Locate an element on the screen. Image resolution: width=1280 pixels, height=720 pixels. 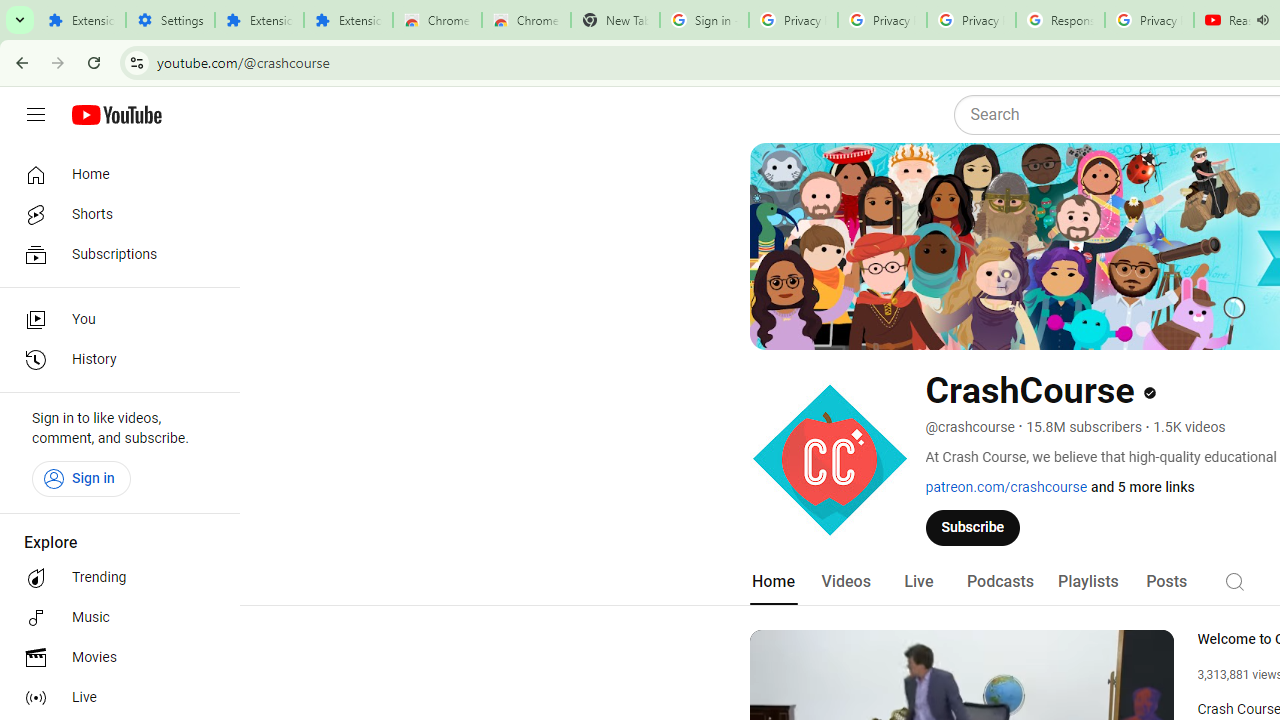
'New Tab' is located at coordinates (614, 20).